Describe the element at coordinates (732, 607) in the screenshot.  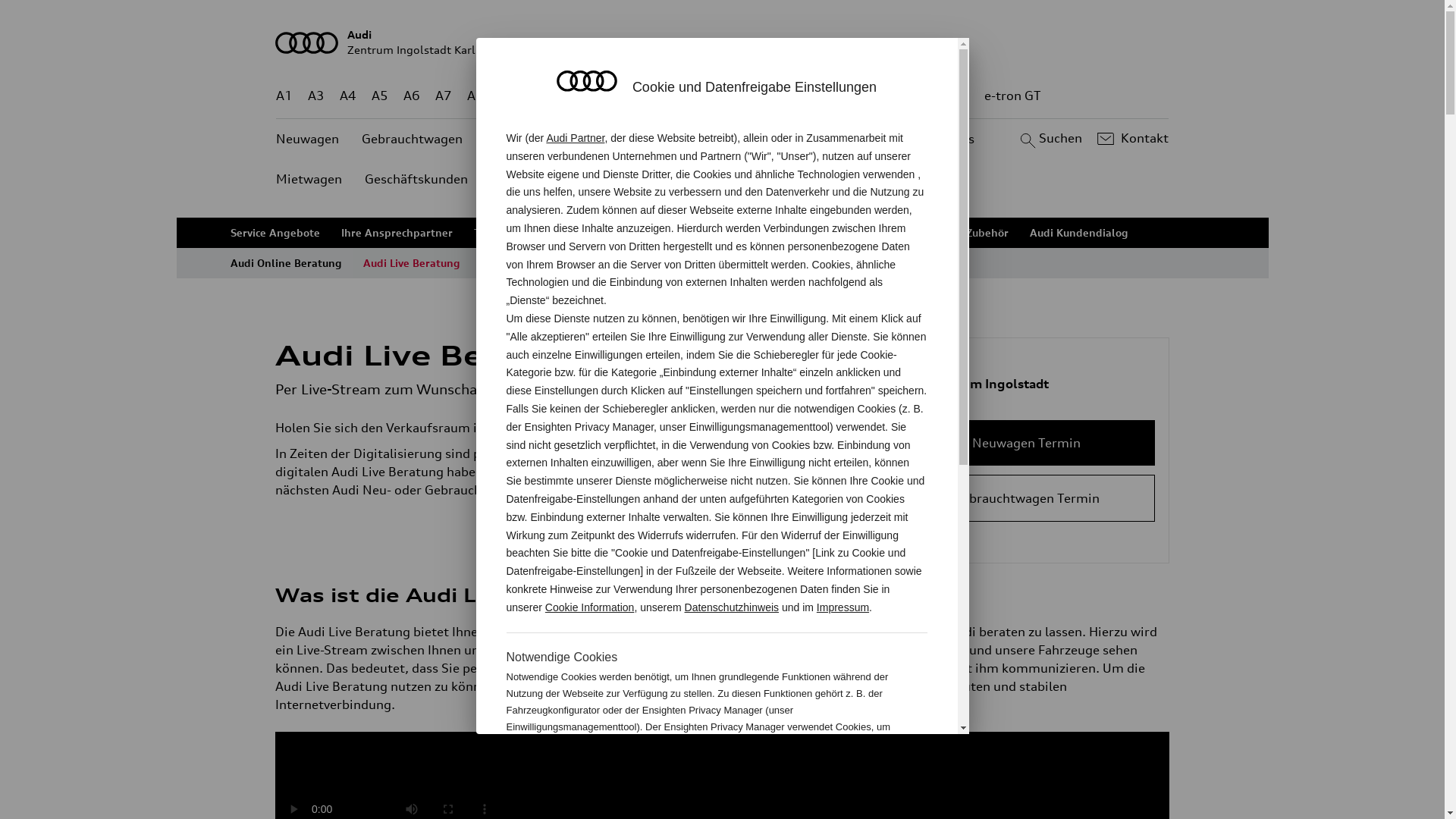
I see `'Datenschutzhinweis'` at that location.